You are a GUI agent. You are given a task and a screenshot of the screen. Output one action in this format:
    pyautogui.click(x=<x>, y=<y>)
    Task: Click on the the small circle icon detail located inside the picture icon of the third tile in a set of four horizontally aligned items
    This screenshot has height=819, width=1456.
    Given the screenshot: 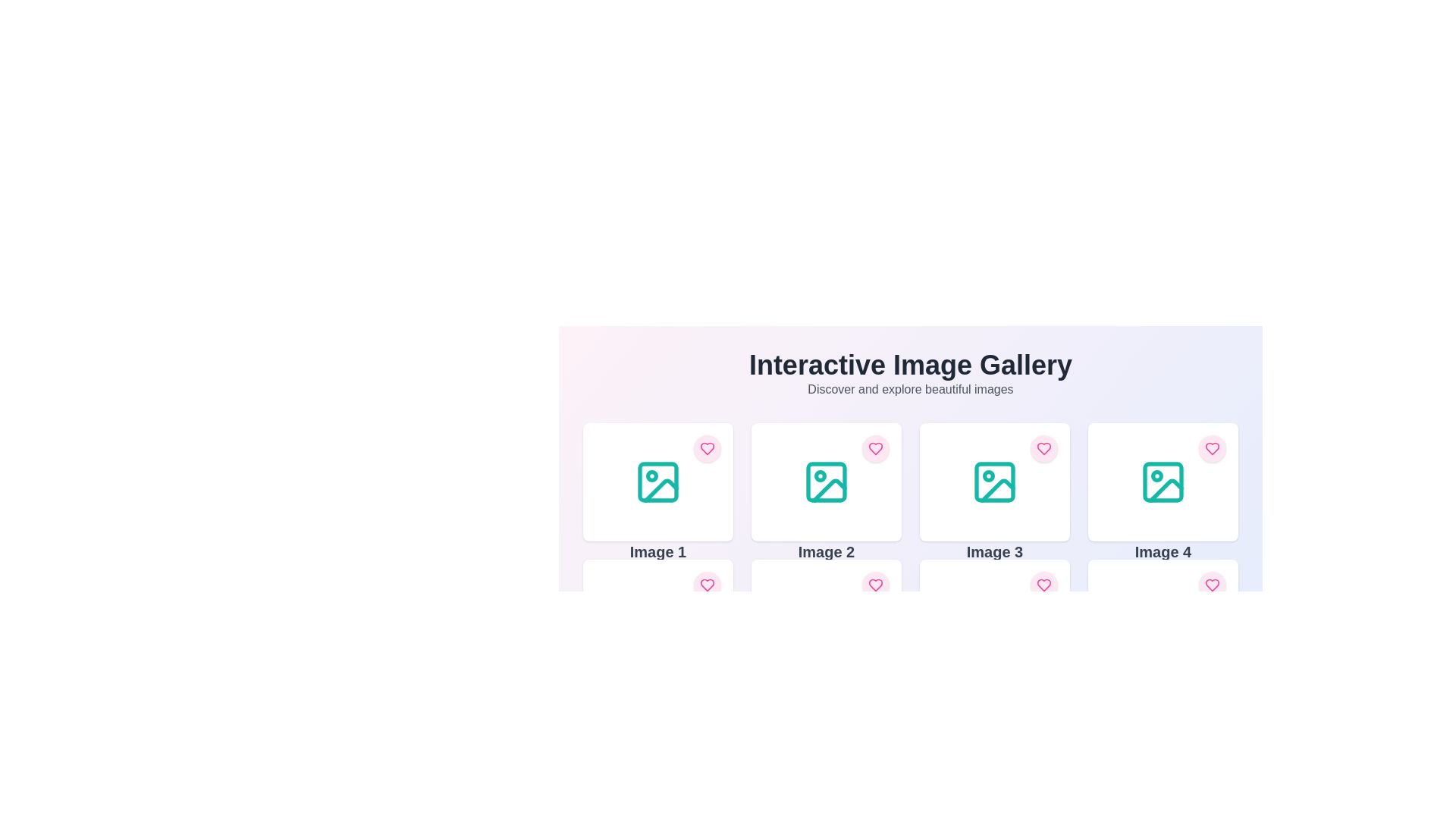 What is the action you would take?
    pyautogui.click(x=989, y=475)
    